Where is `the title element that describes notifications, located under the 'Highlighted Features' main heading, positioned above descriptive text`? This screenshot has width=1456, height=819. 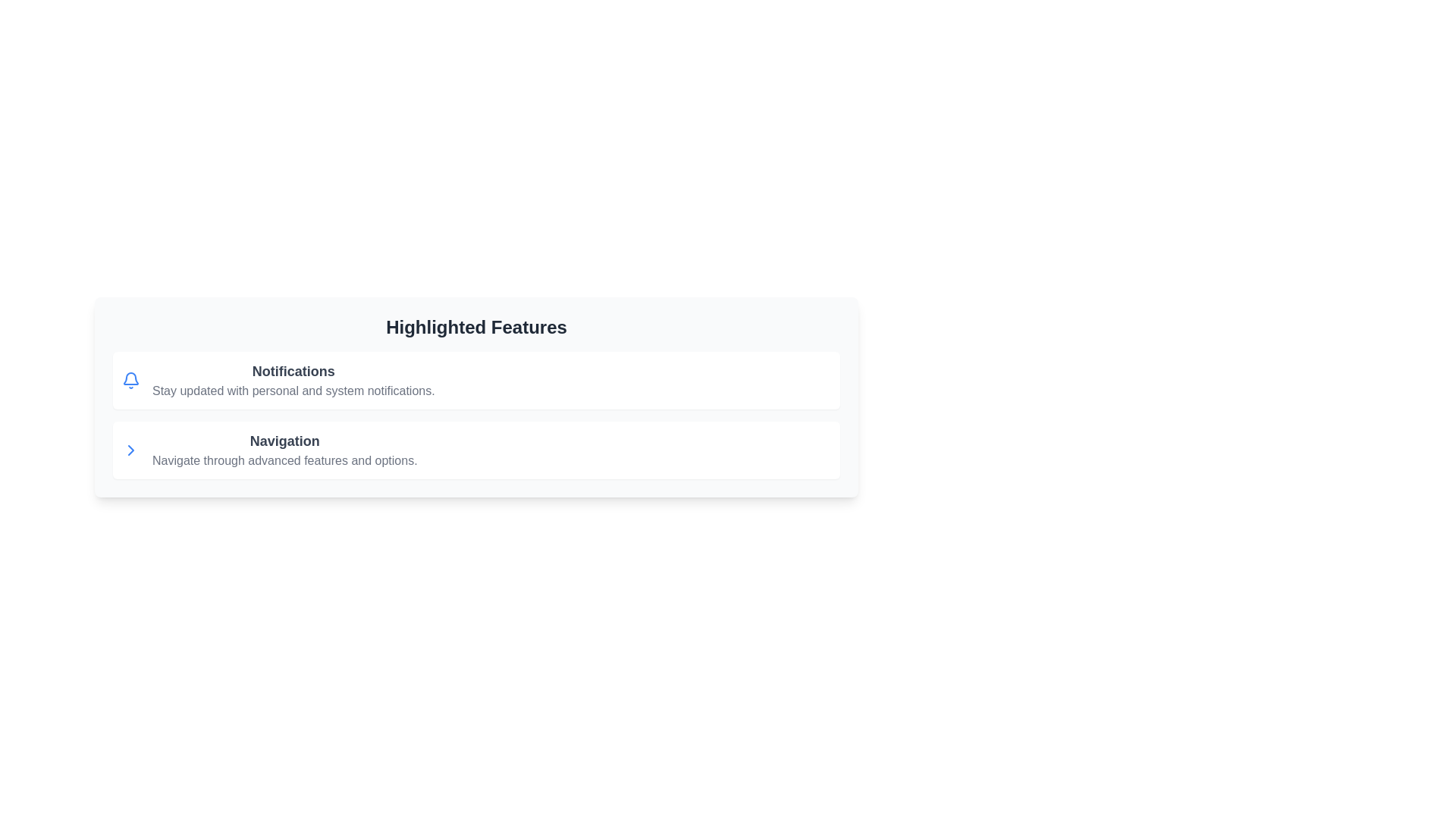
the title element that describes notifications, located under the 'Highlighted Features' main heading, positioned above descriptive text is located at coordinates (293, 371).